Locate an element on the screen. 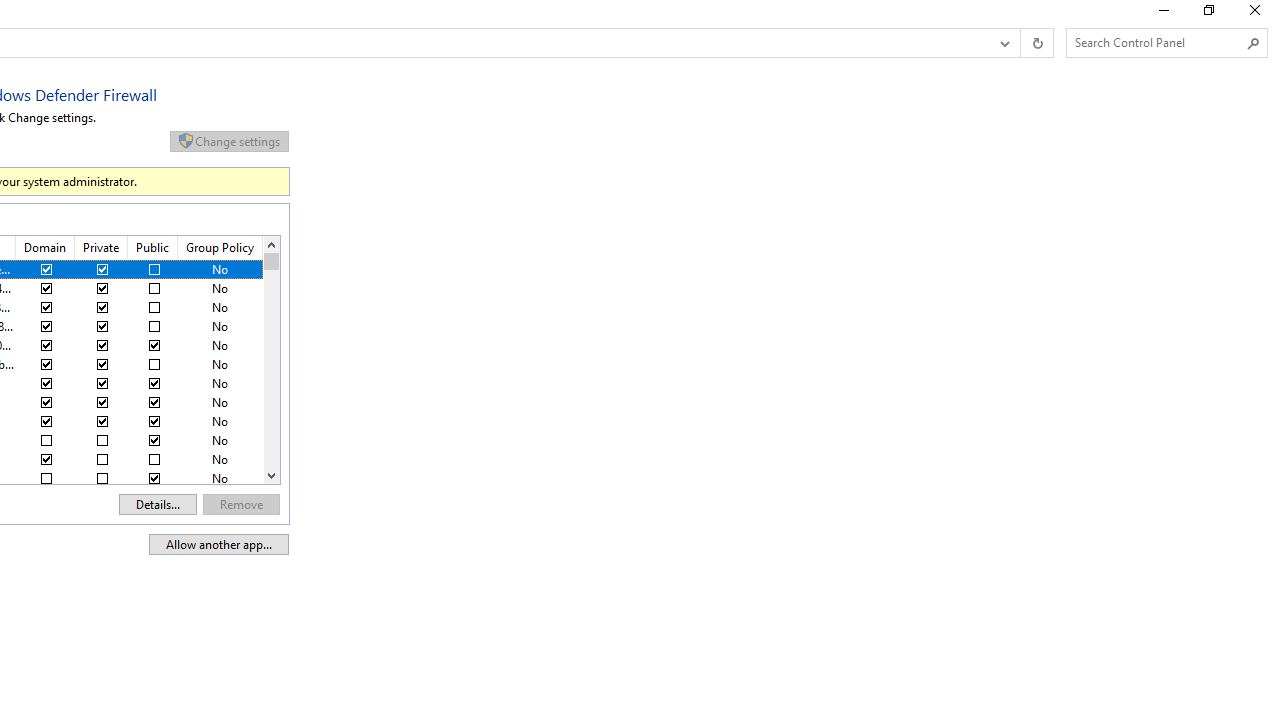 This screenshot has height=720, width=1280. 'Allow another app...' is located at coordinates (219, 544).